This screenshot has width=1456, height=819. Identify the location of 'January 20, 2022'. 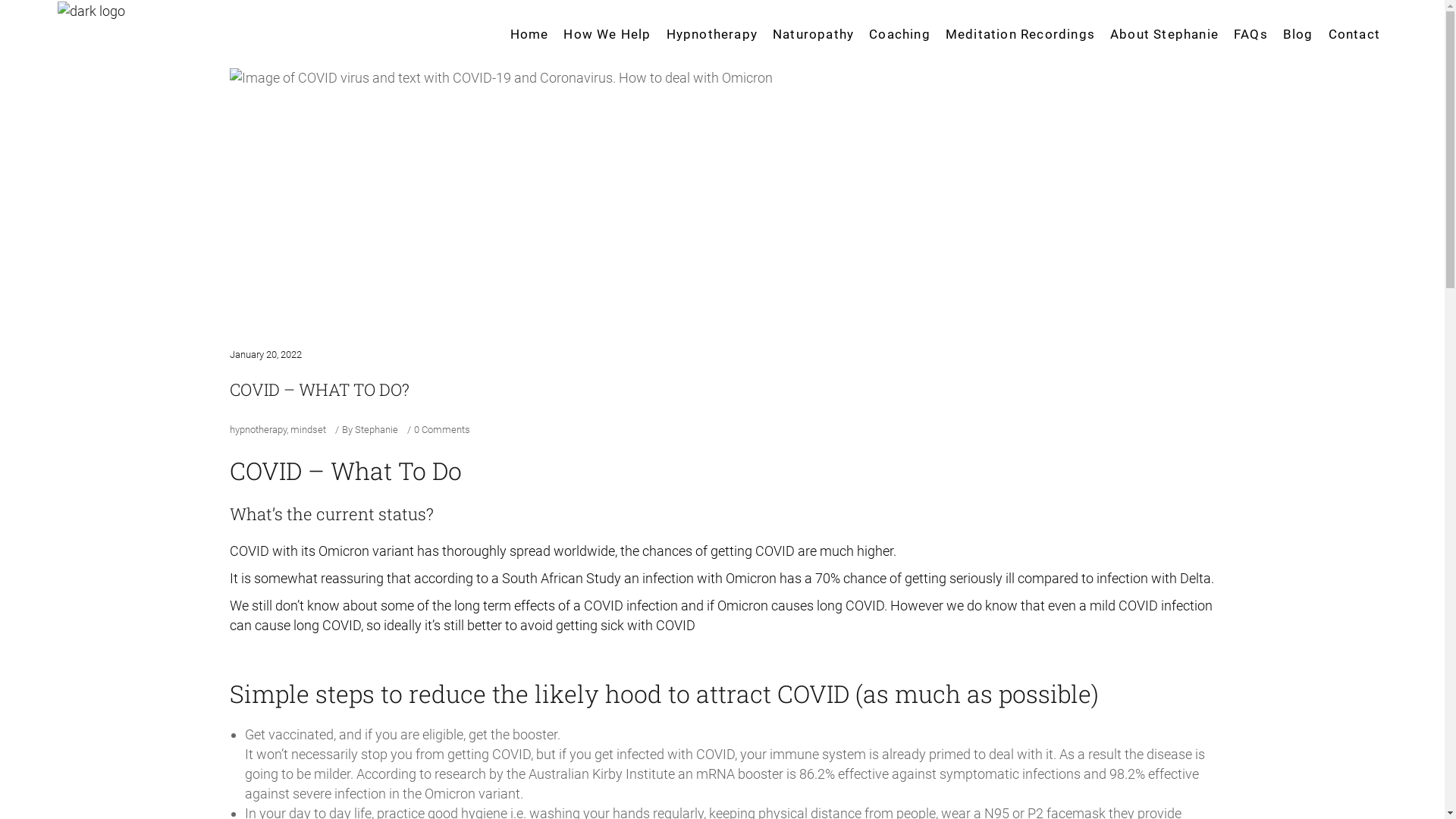
(265, 354).